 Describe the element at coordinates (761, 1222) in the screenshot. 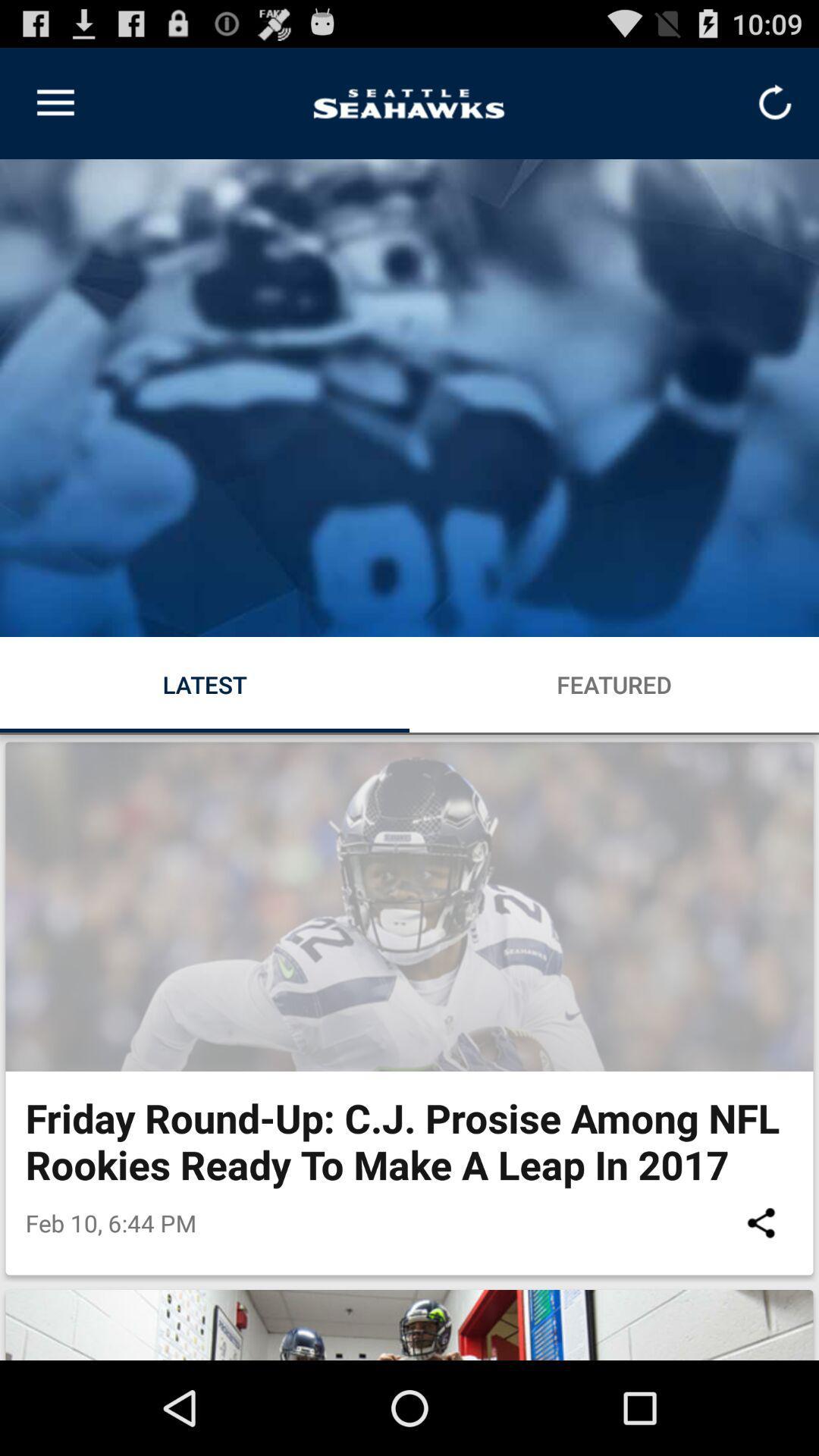

I see `the button which is at the bottom right corner of the page` at that location.